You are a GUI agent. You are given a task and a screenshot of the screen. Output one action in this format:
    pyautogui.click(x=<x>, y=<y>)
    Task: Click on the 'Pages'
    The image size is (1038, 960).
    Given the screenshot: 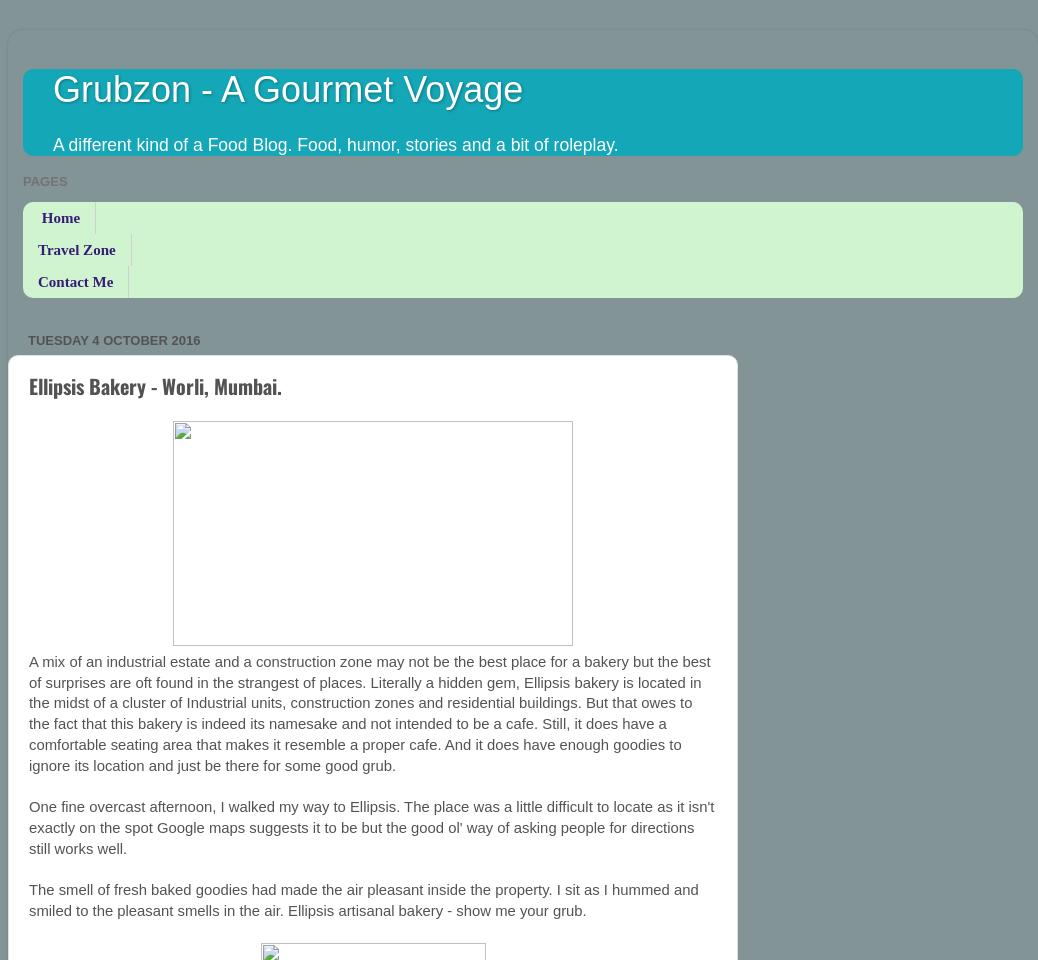 What is the action you would take?
    pyautogui.click(x=22, y=179)
    